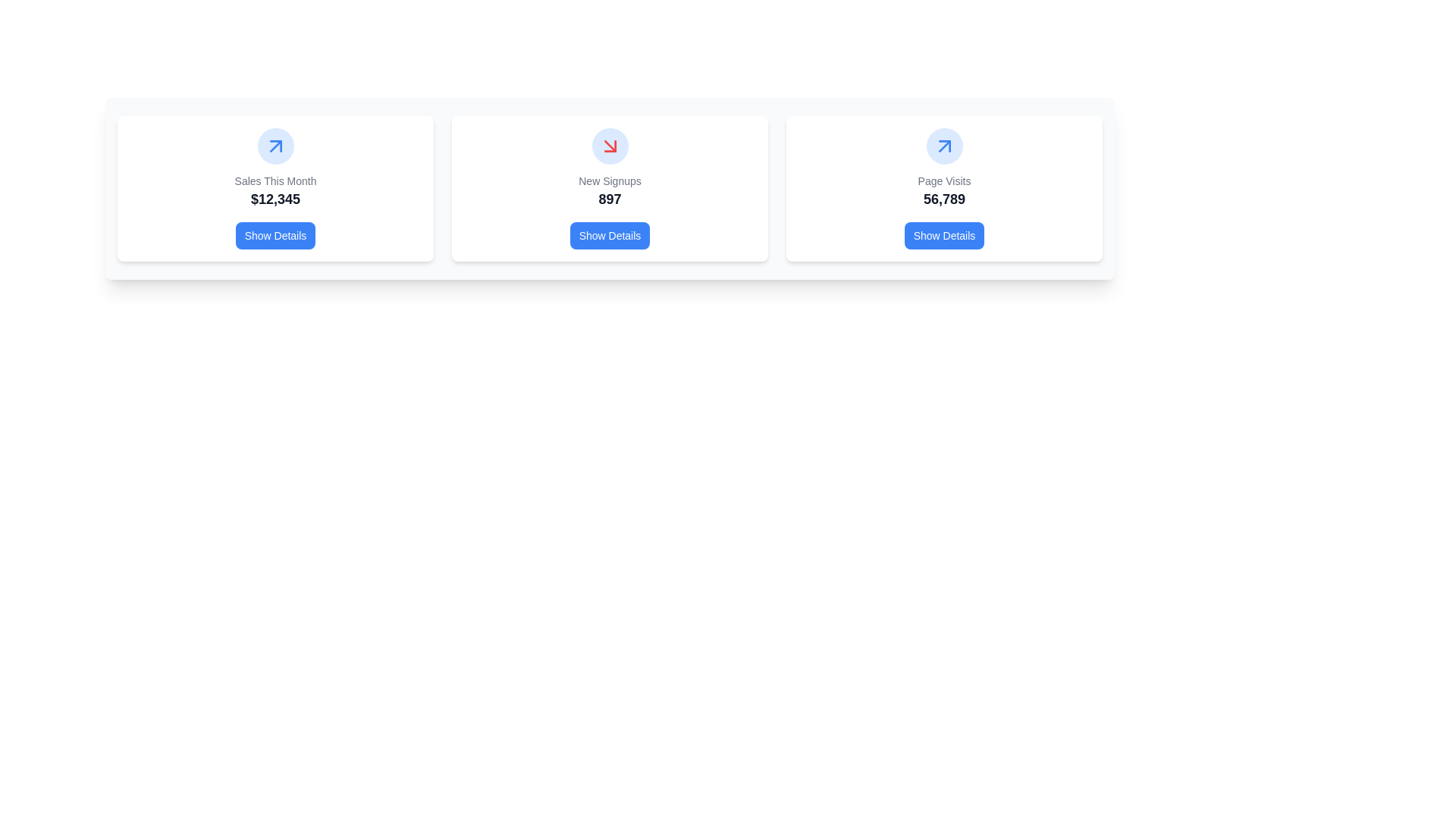 The image size is (1456, 819). I want to click on the button located below the 'Sales This Month' title and '$12,345' value, so click(275, 236).